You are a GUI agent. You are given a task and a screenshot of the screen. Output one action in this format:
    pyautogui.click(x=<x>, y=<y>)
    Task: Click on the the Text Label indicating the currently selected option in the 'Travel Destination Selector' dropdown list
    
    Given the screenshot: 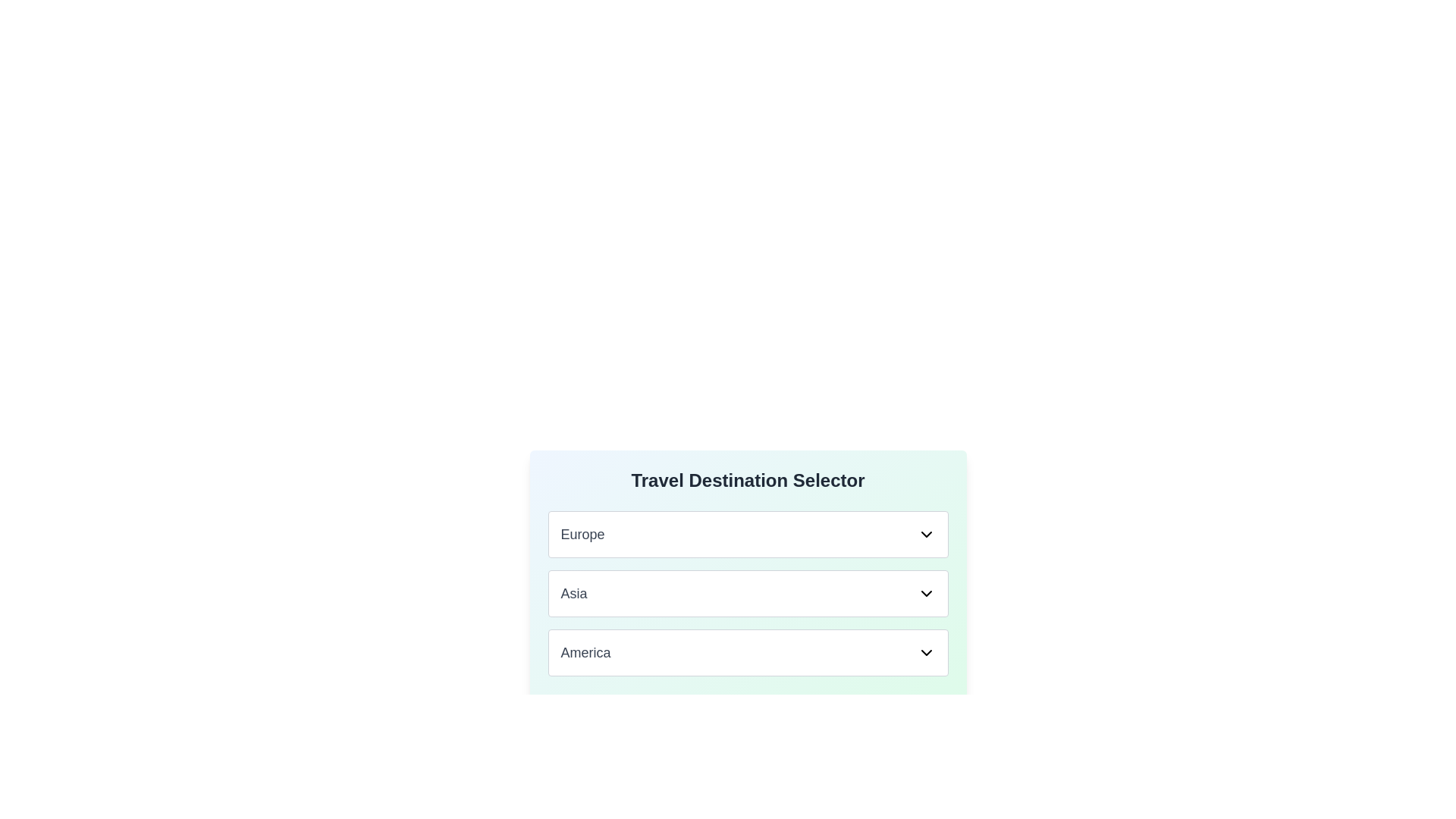 What is the action you would take?
    pyautogui.click(x=582, y=534)
    